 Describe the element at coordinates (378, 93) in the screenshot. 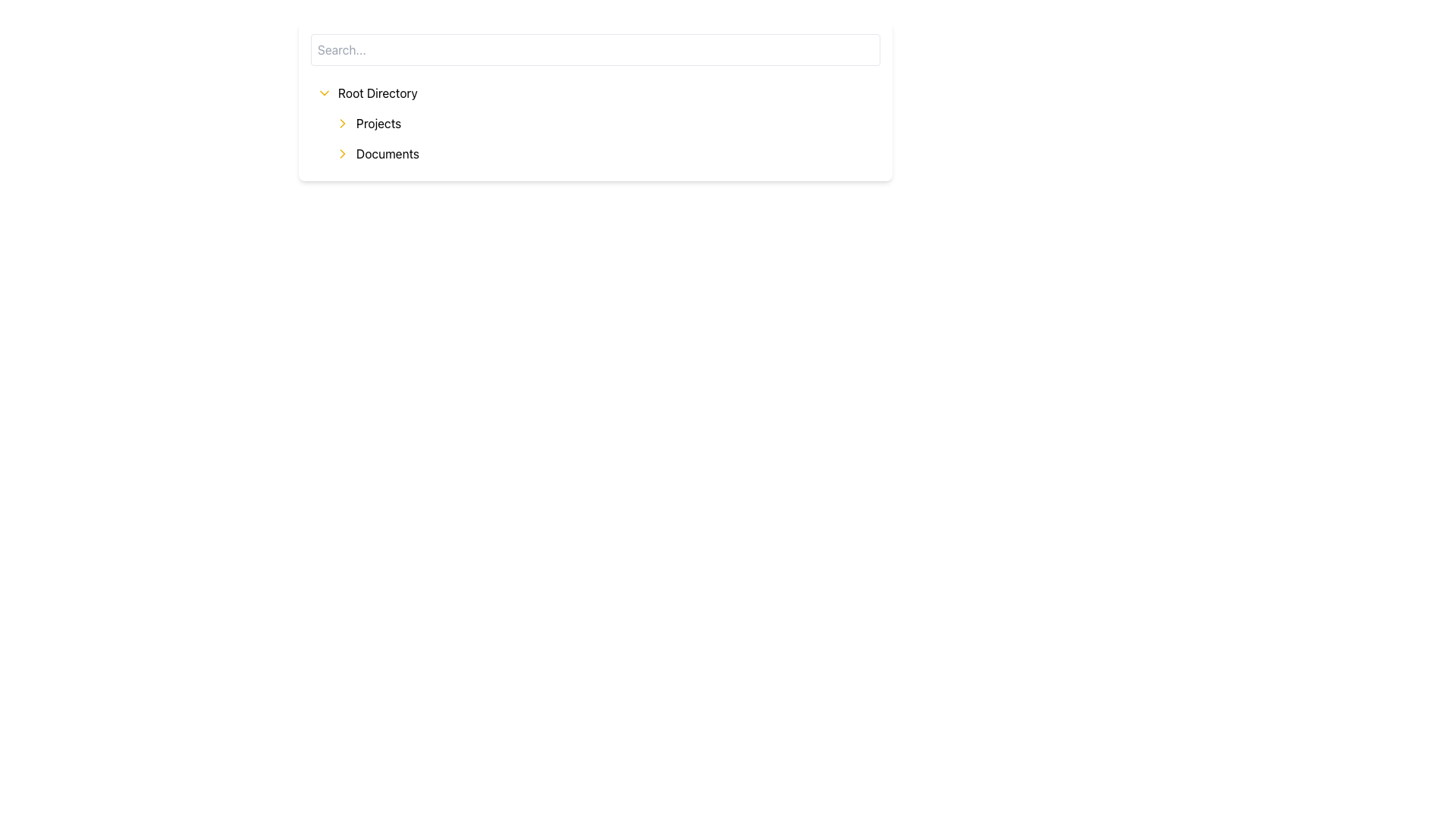

I see `the 'Root Directory' text label` at that location.